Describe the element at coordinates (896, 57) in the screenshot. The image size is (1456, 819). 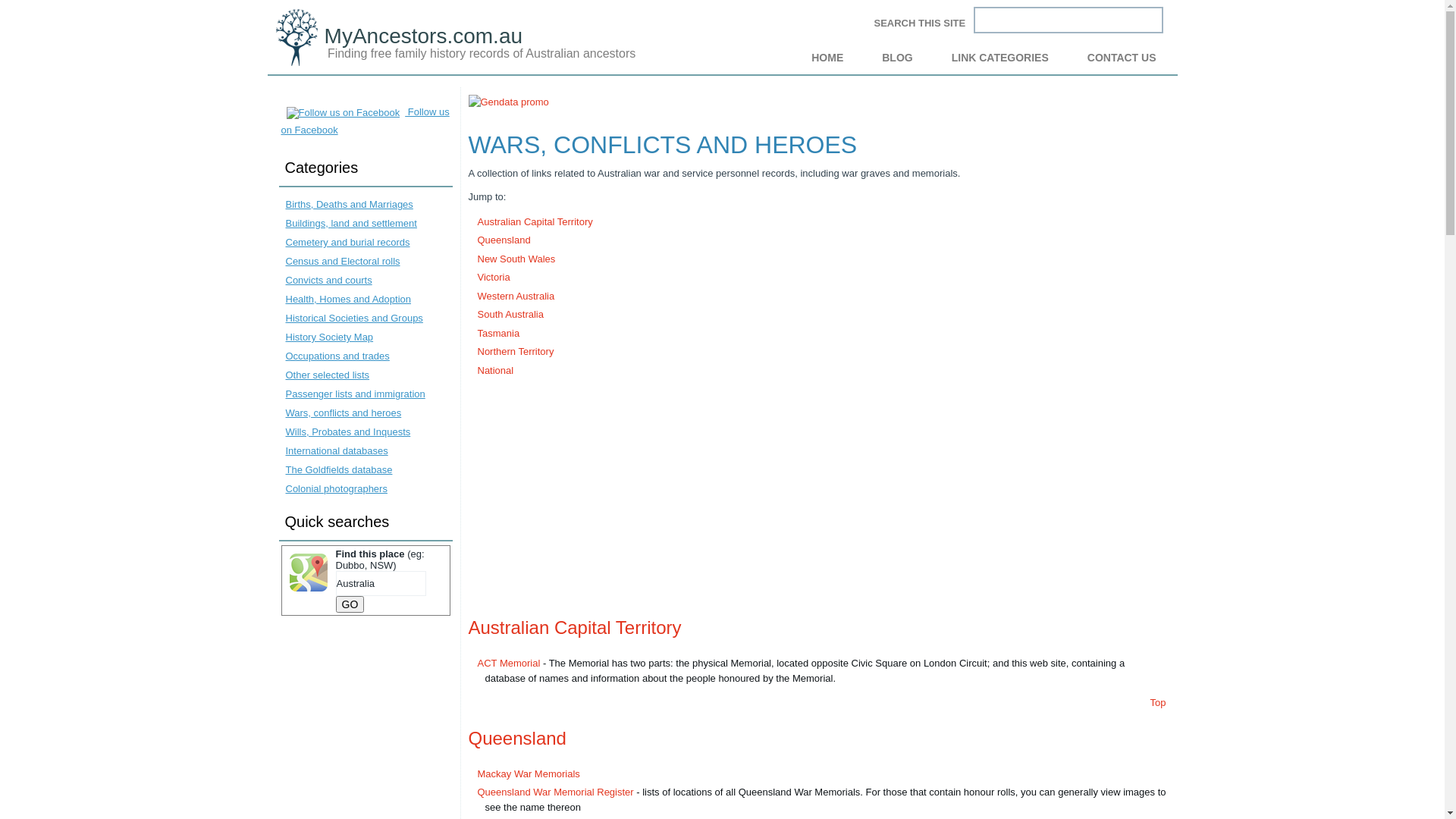
I see `'BLOG'` at that location.